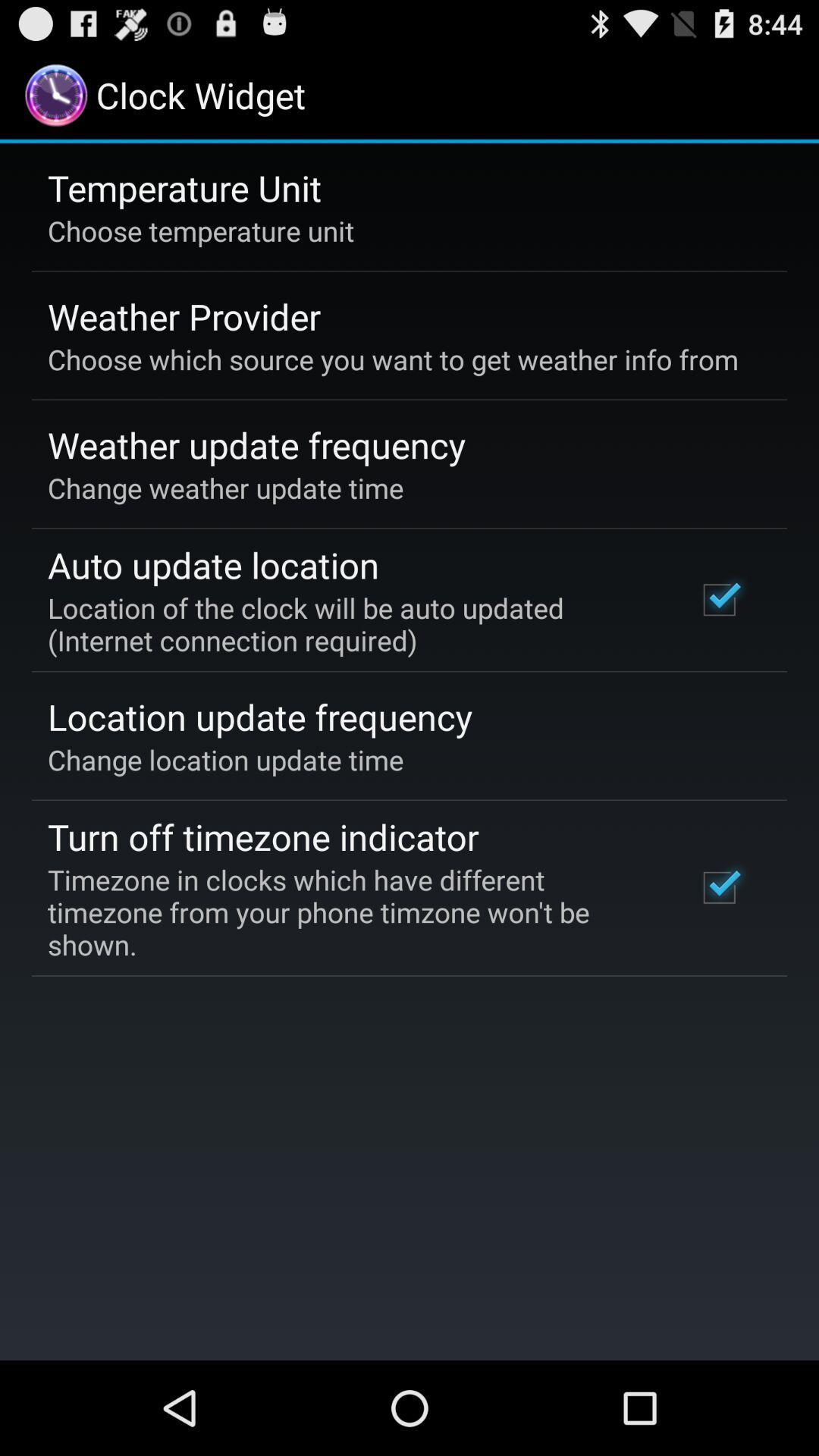 The height and width of the screenshot is (1456, 819). Describe the element at coordinates (351, 624) in the screenshot. I see `the app above location update frequency icon` at that location.